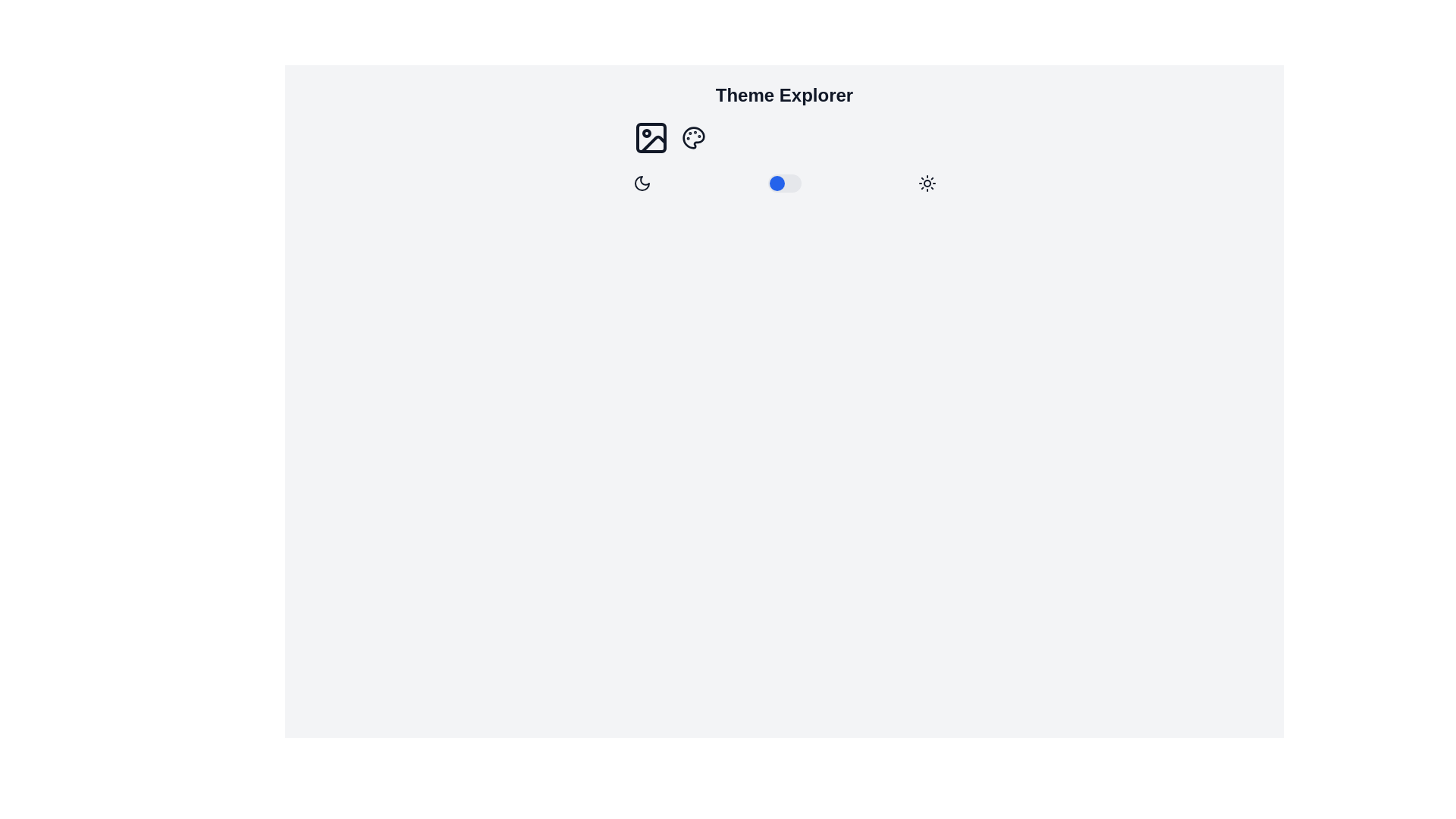 This screenshot has width=1456, height=819. I want to click on the moon icon, which is a dark crescent shape representing night mode, so click(642, 183).